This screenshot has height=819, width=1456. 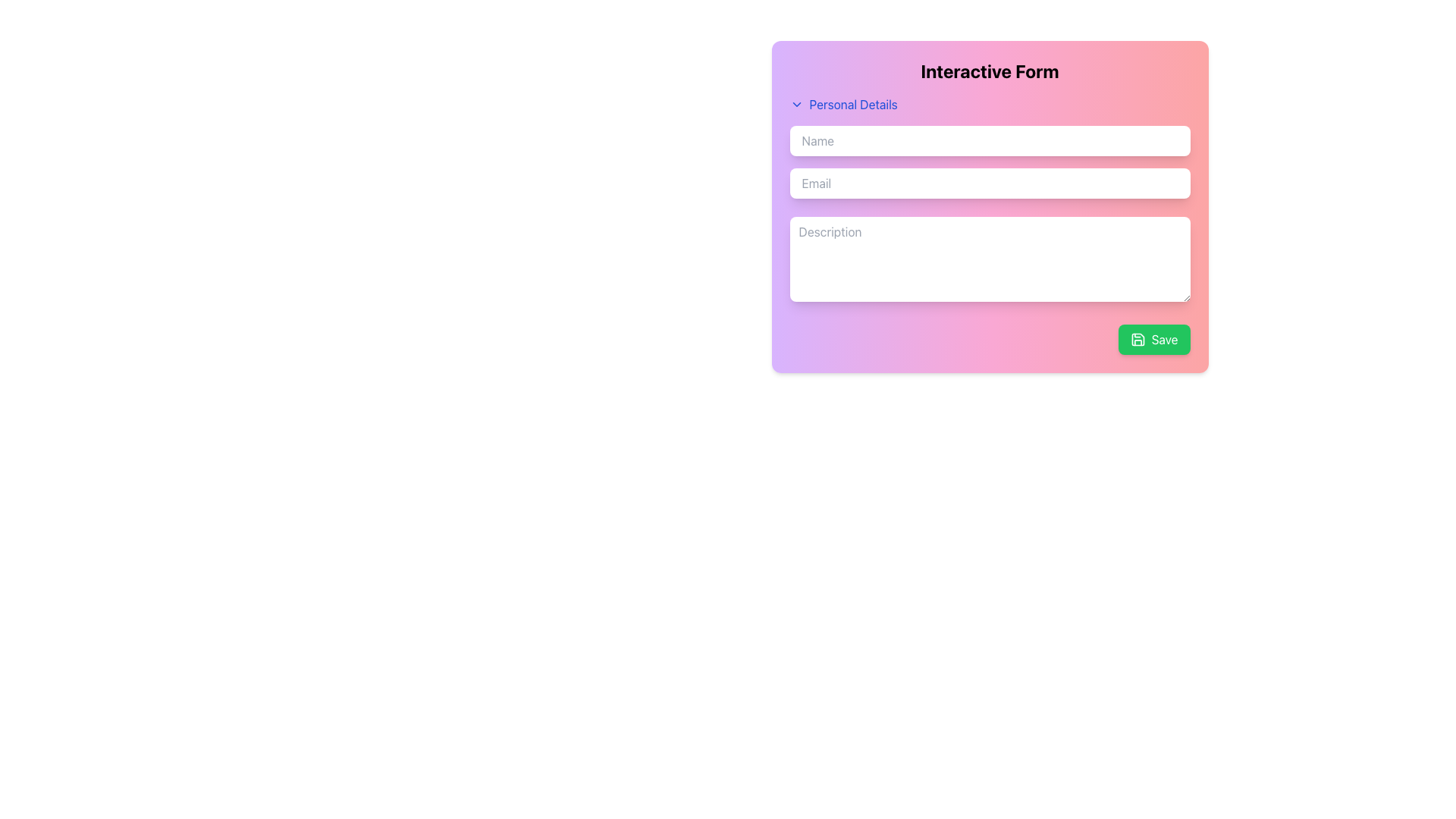 What do you see at coordinates (1137, 338) in the screenshot?
I see `the save button icon, which is a green square with a floppy disk cut-out, positioned to the left of the 'Save' text at the bottom right of the form card` at bounding box center [1137, 338].